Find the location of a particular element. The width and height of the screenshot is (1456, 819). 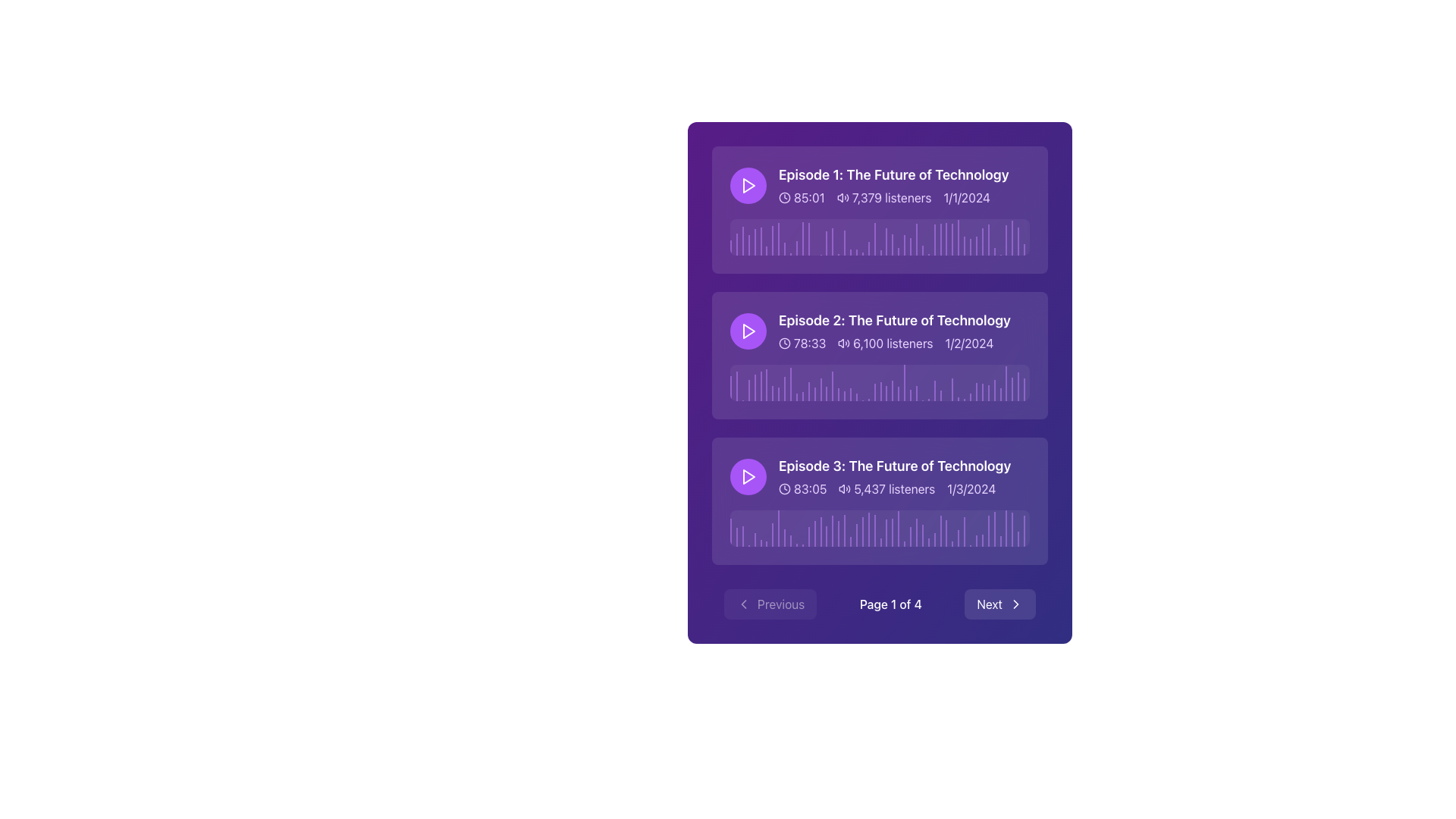

the graphical bar representing data in the first episode card, located below the title and metadata is located at coordinates (795, 247).